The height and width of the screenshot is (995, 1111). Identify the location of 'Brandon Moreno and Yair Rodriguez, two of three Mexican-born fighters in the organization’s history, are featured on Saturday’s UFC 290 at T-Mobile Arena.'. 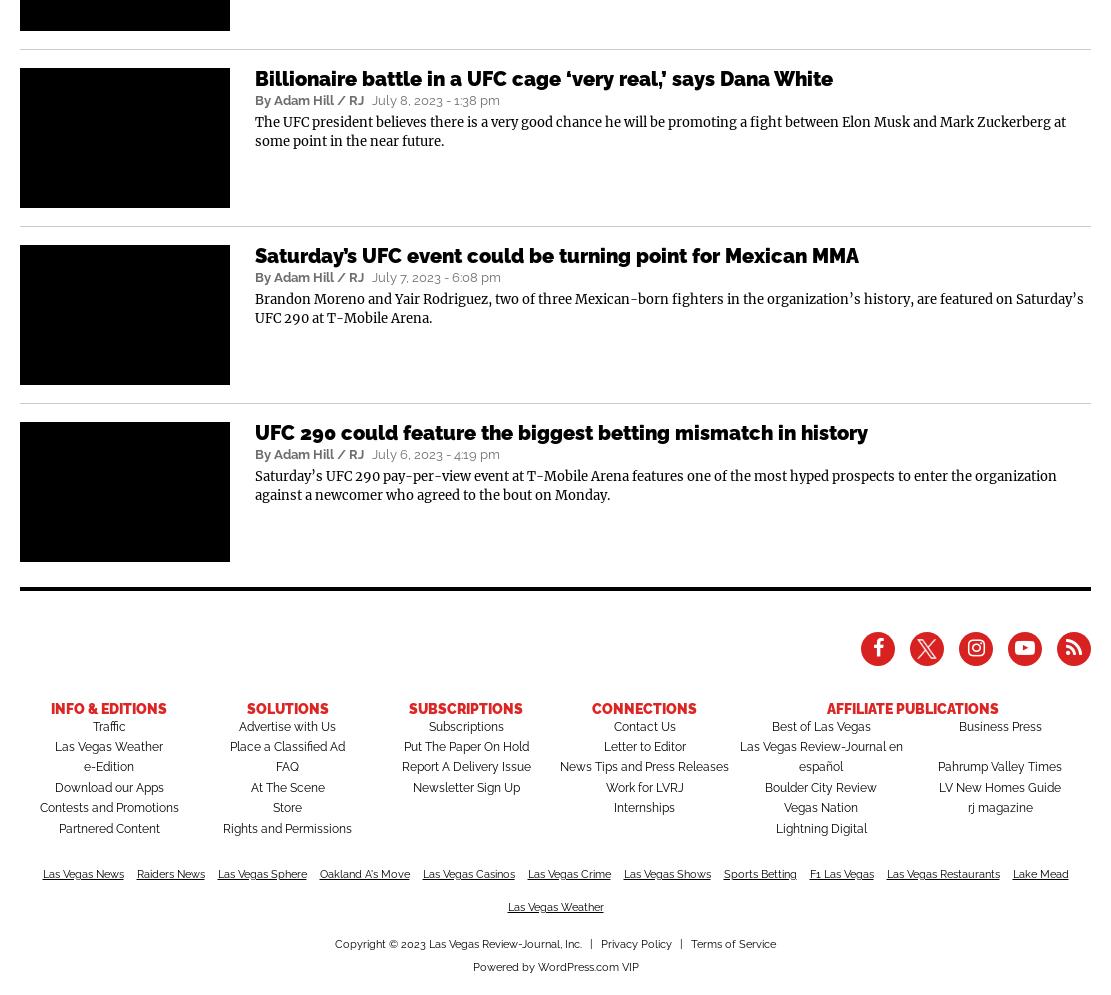
(669, 308).